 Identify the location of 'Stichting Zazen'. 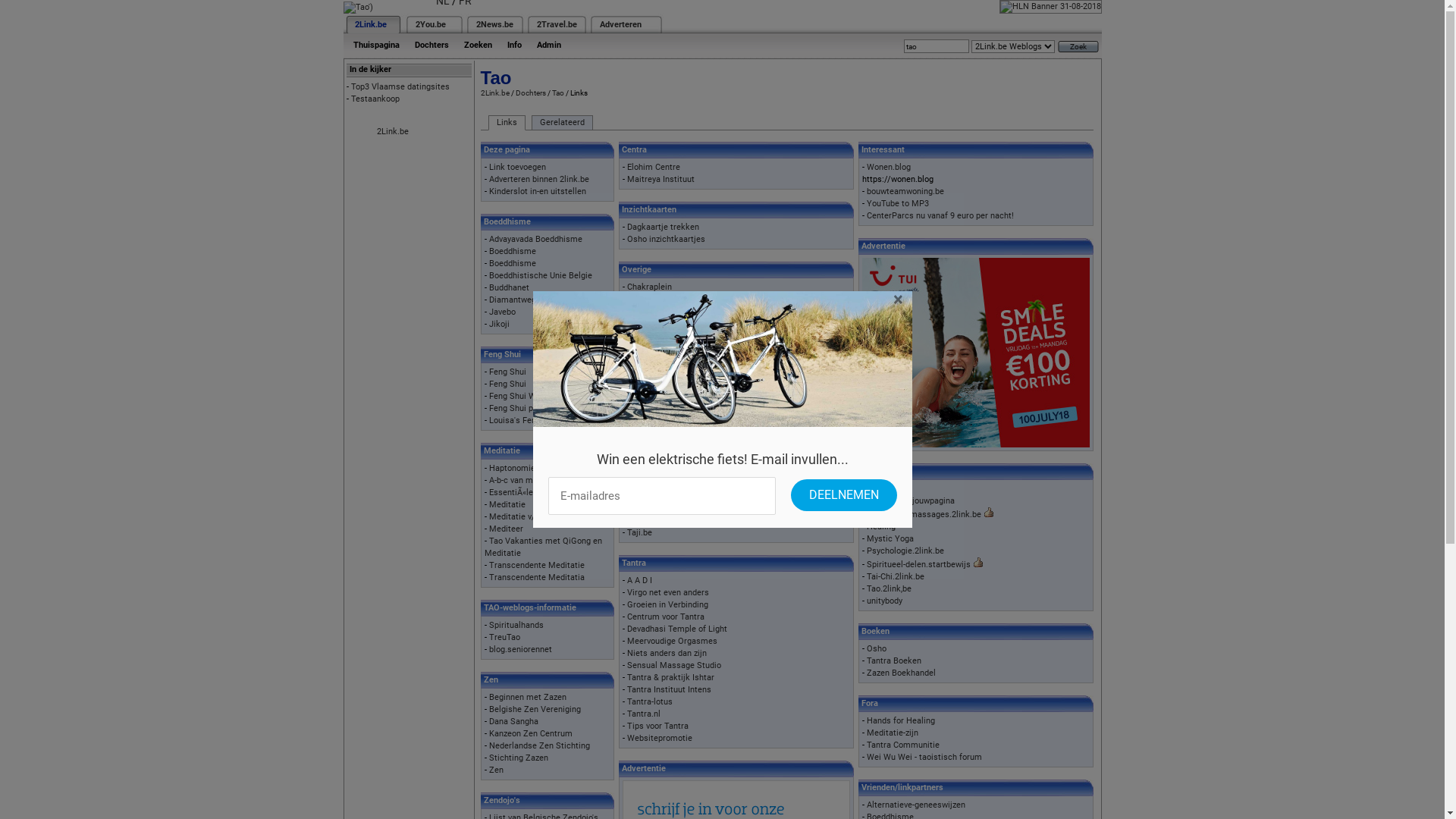
(517, 758).